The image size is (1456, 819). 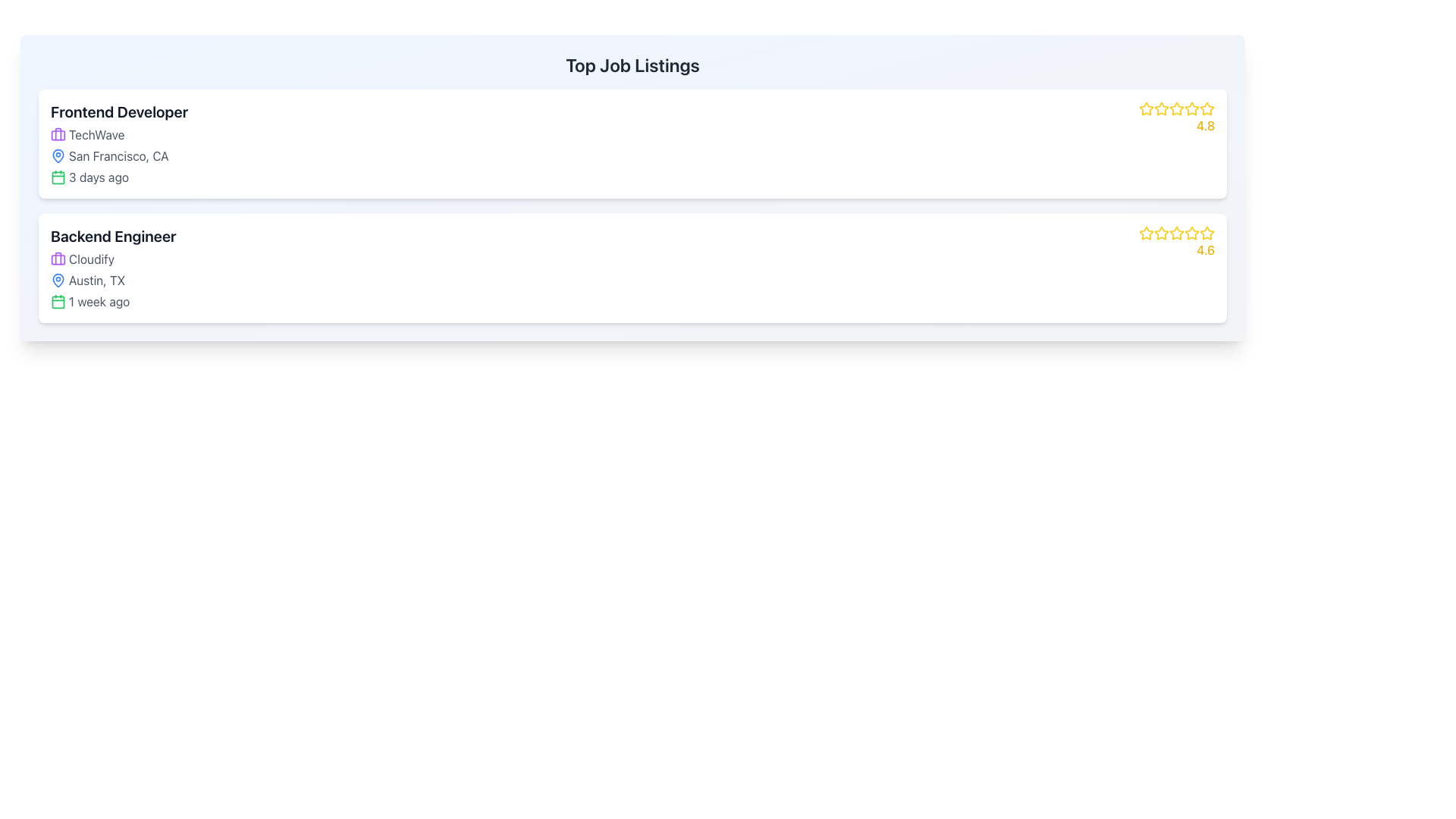 What do you see at coordinates (58, 281) in the screenshot?
I see `the location icon in the second job listing card that precedes the text 'Austin, TX'` at bounding box center [58, 281].